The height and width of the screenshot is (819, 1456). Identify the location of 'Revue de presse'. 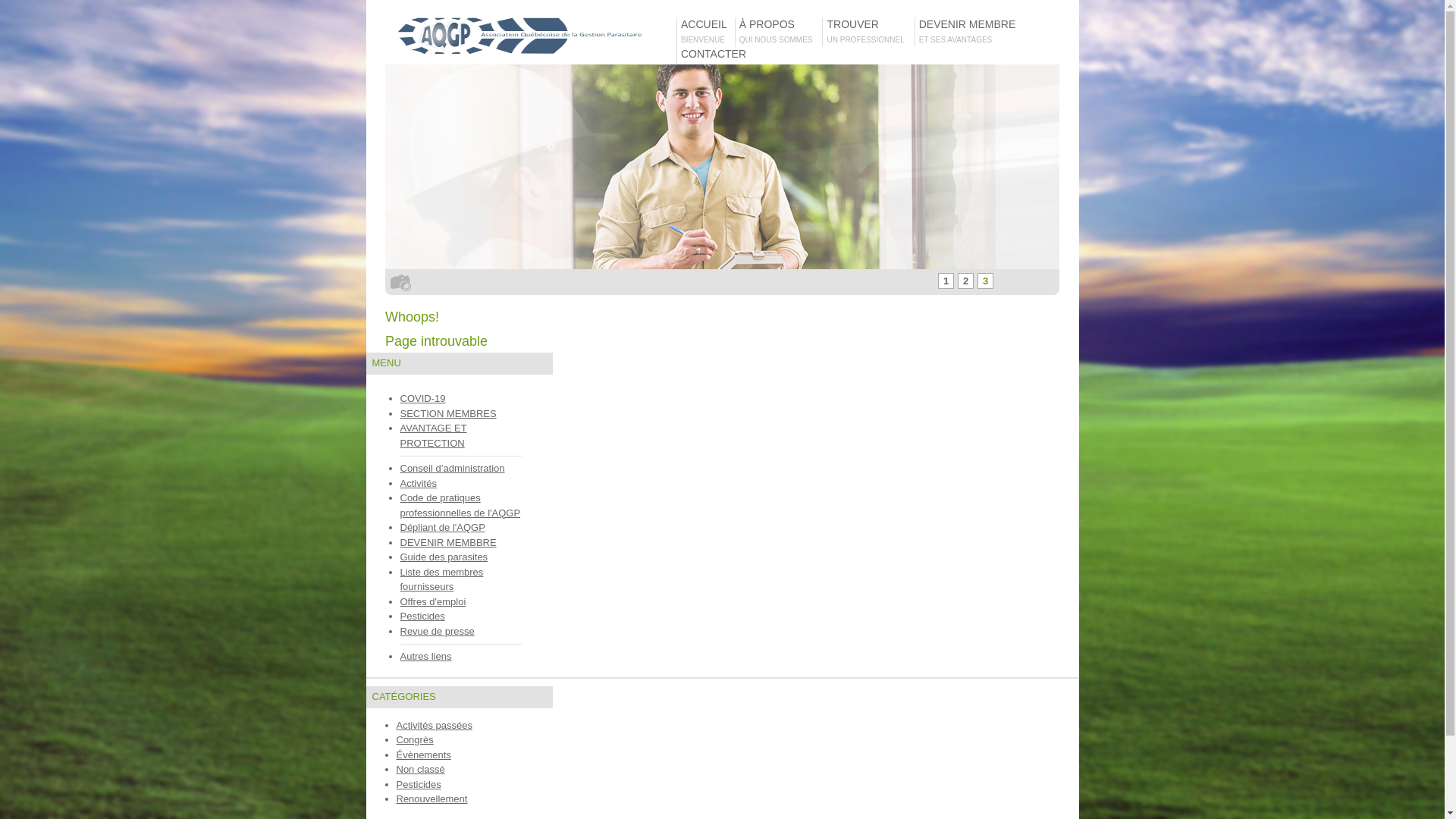
(436, 631).